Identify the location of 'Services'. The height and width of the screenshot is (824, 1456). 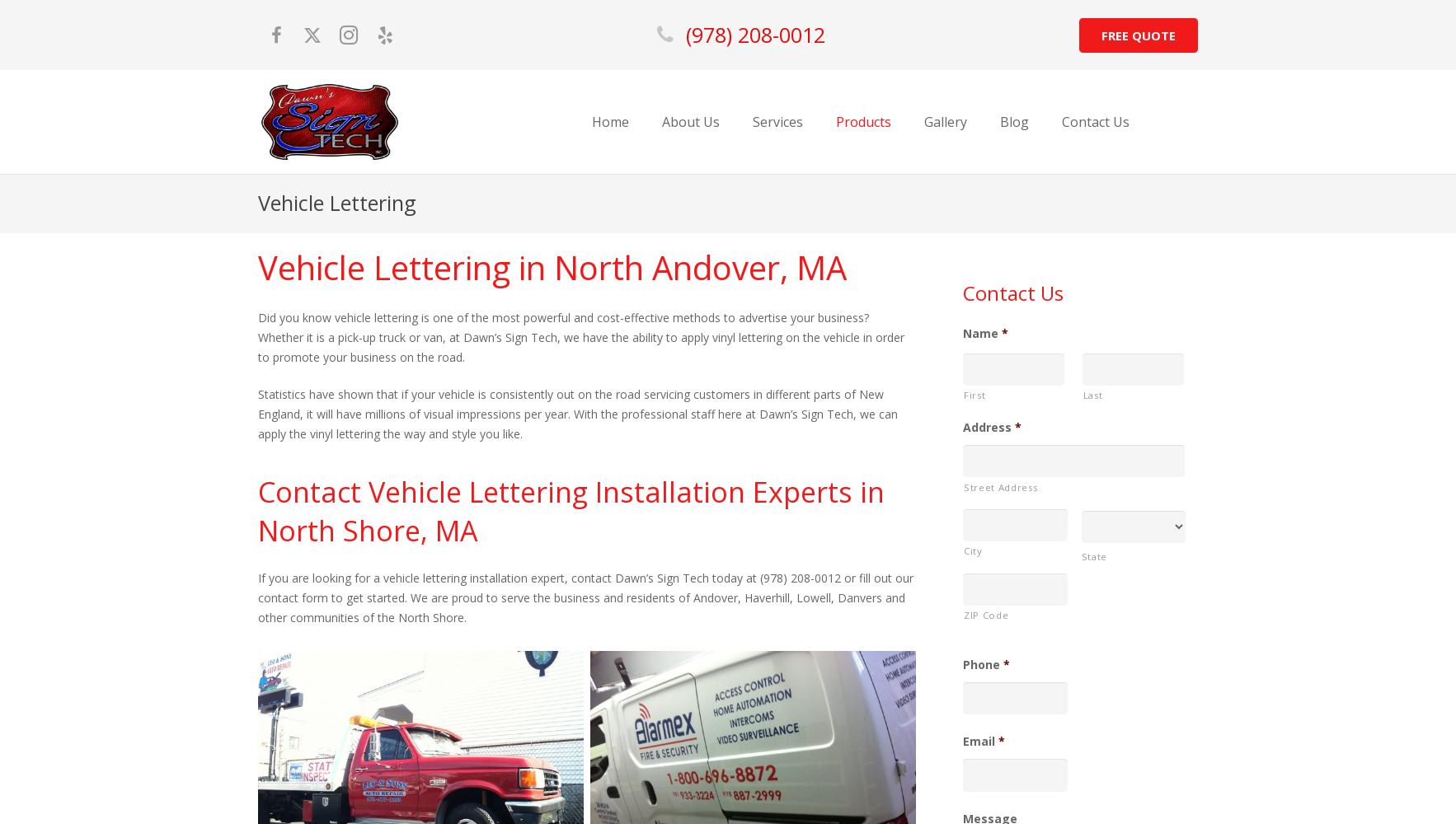
(776, 122).